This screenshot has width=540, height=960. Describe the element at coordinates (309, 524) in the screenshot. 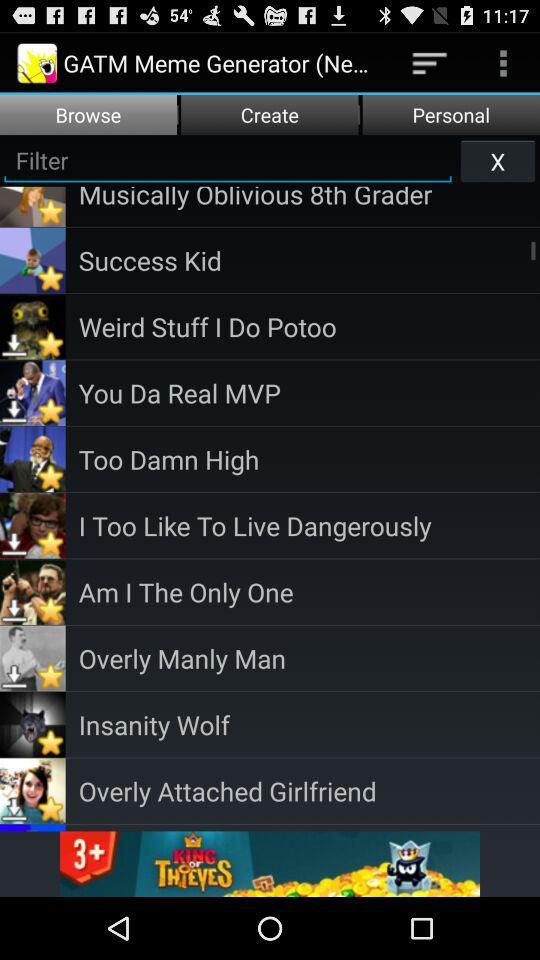

I see `i too like` at that location.